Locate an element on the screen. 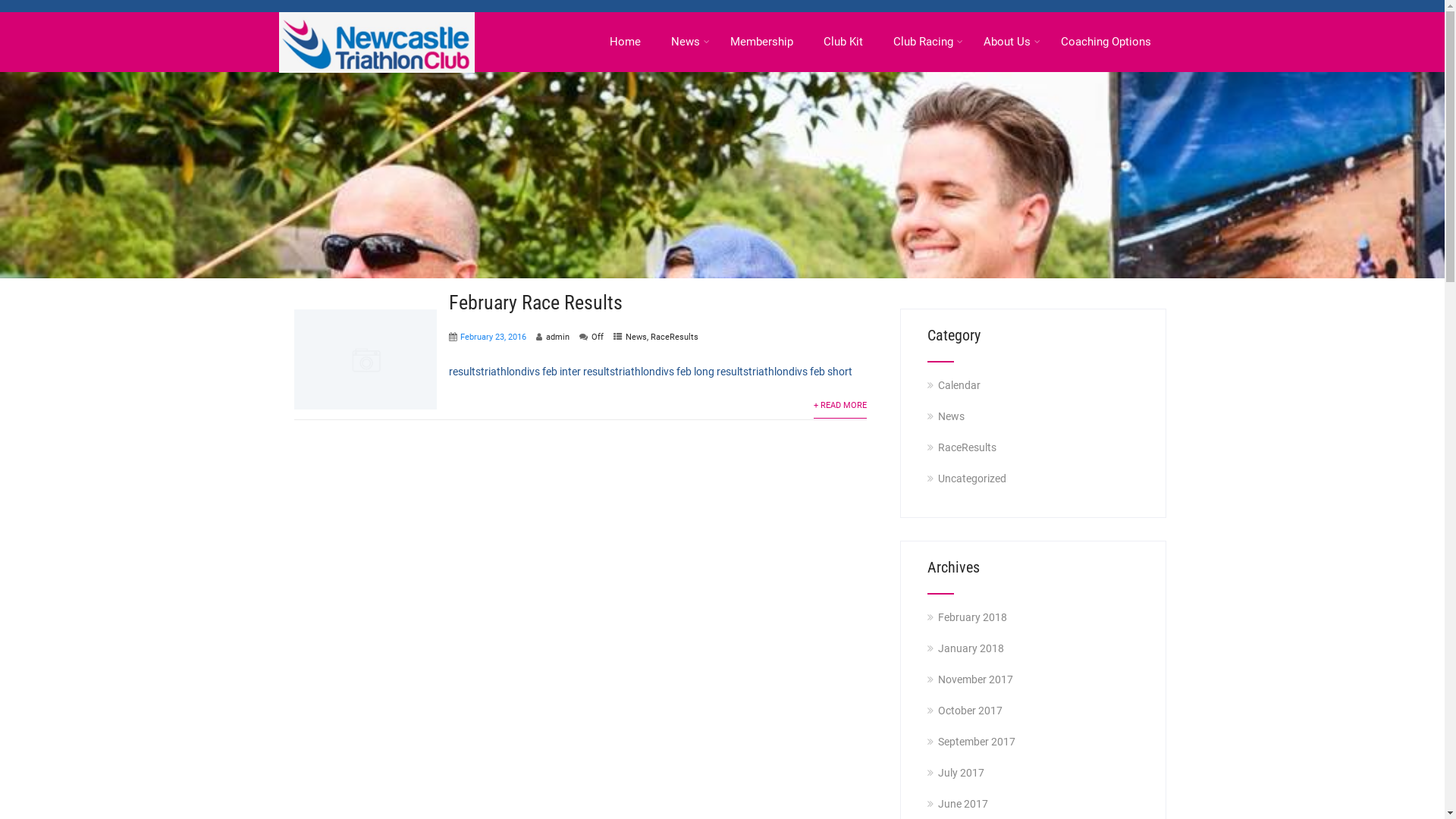 This screenshot has width=1456, height=819. 'June 2017' is located at coordinates (937, 803).